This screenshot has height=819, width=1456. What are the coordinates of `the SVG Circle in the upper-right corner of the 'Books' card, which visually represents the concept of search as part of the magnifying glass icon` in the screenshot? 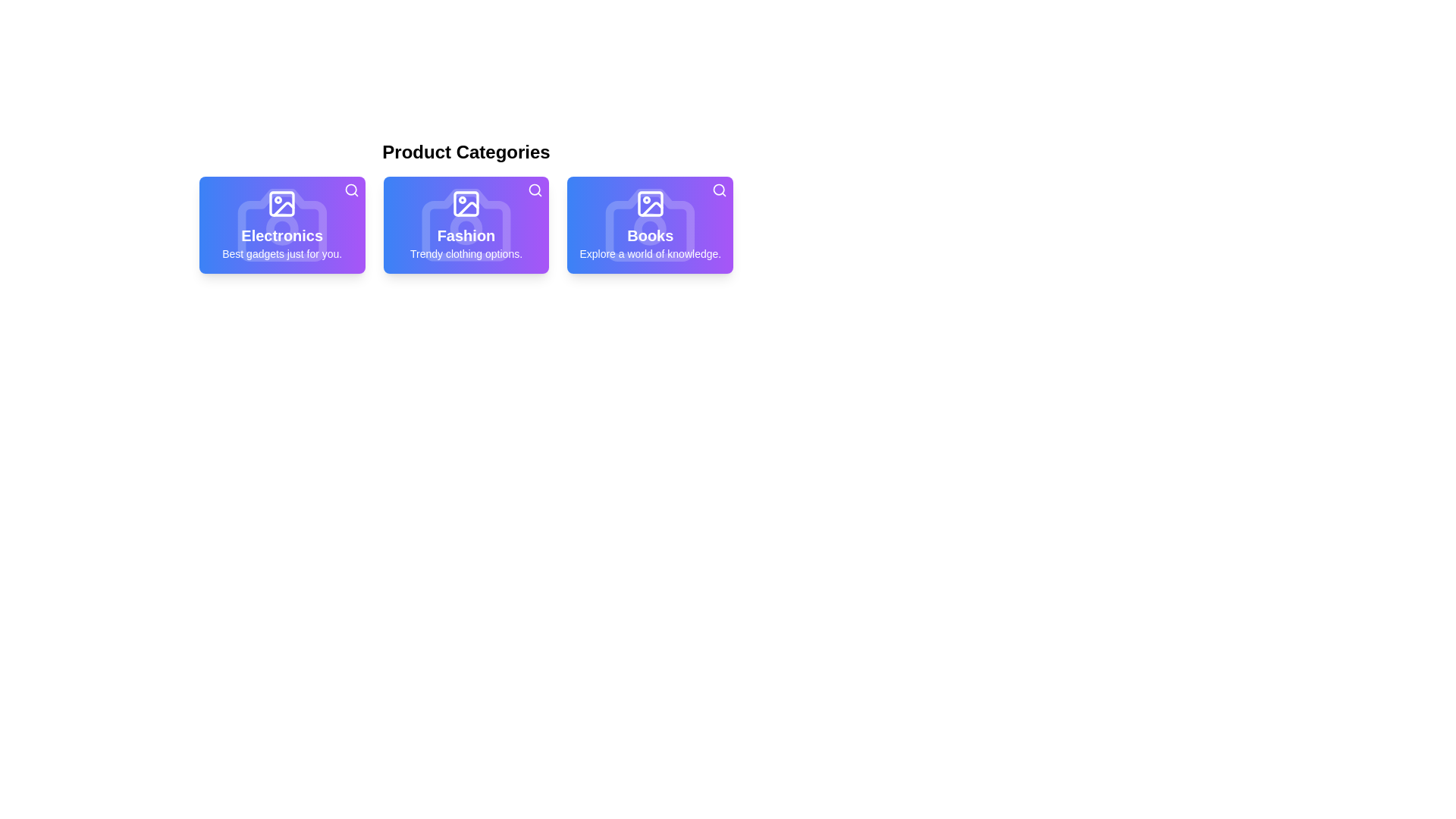 It's located at (718, 189).